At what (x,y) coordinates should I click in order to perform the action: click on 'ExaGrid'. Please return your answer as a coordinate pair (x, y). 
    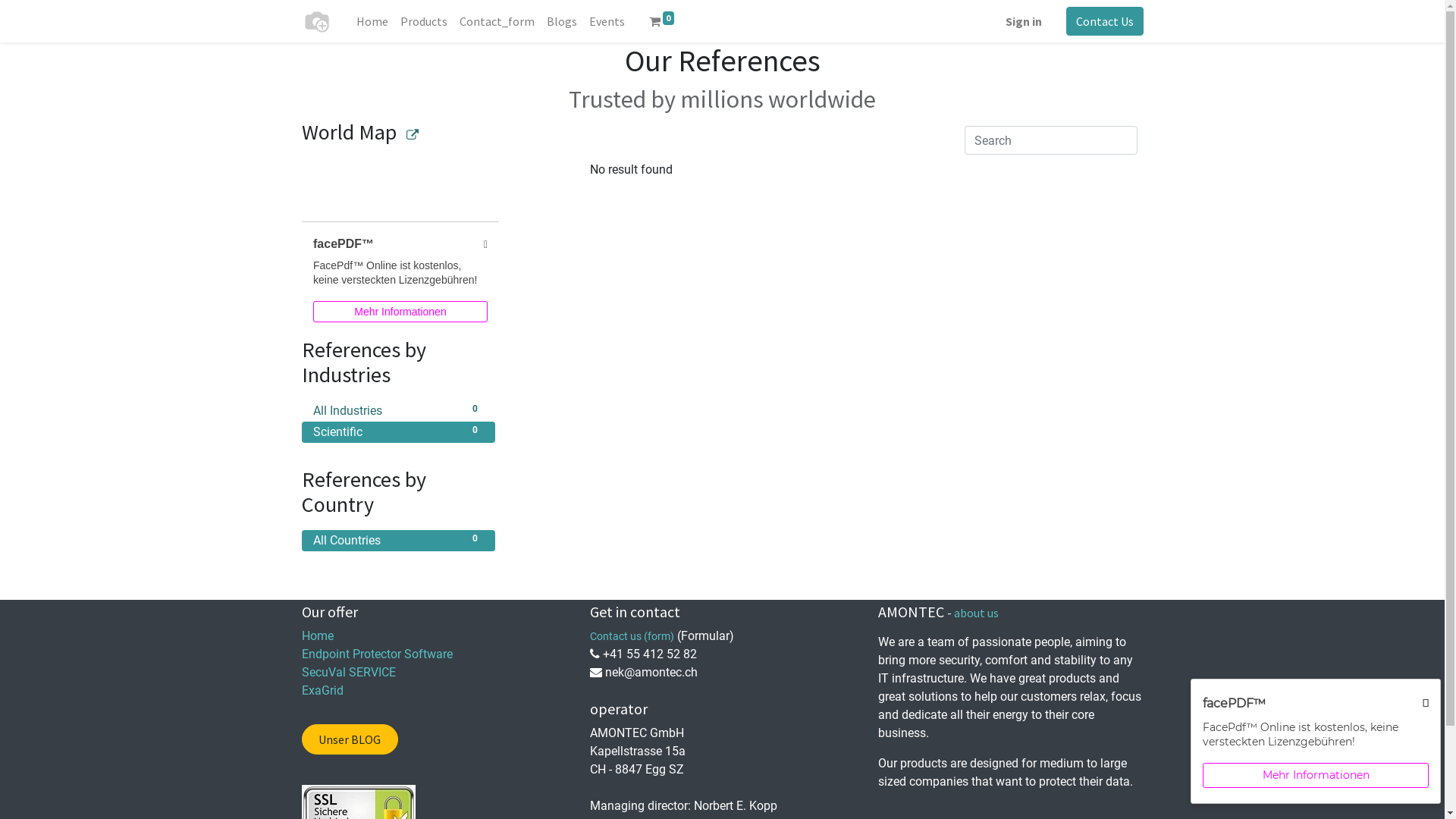
    Looking at the image, I should click on (322, 690).